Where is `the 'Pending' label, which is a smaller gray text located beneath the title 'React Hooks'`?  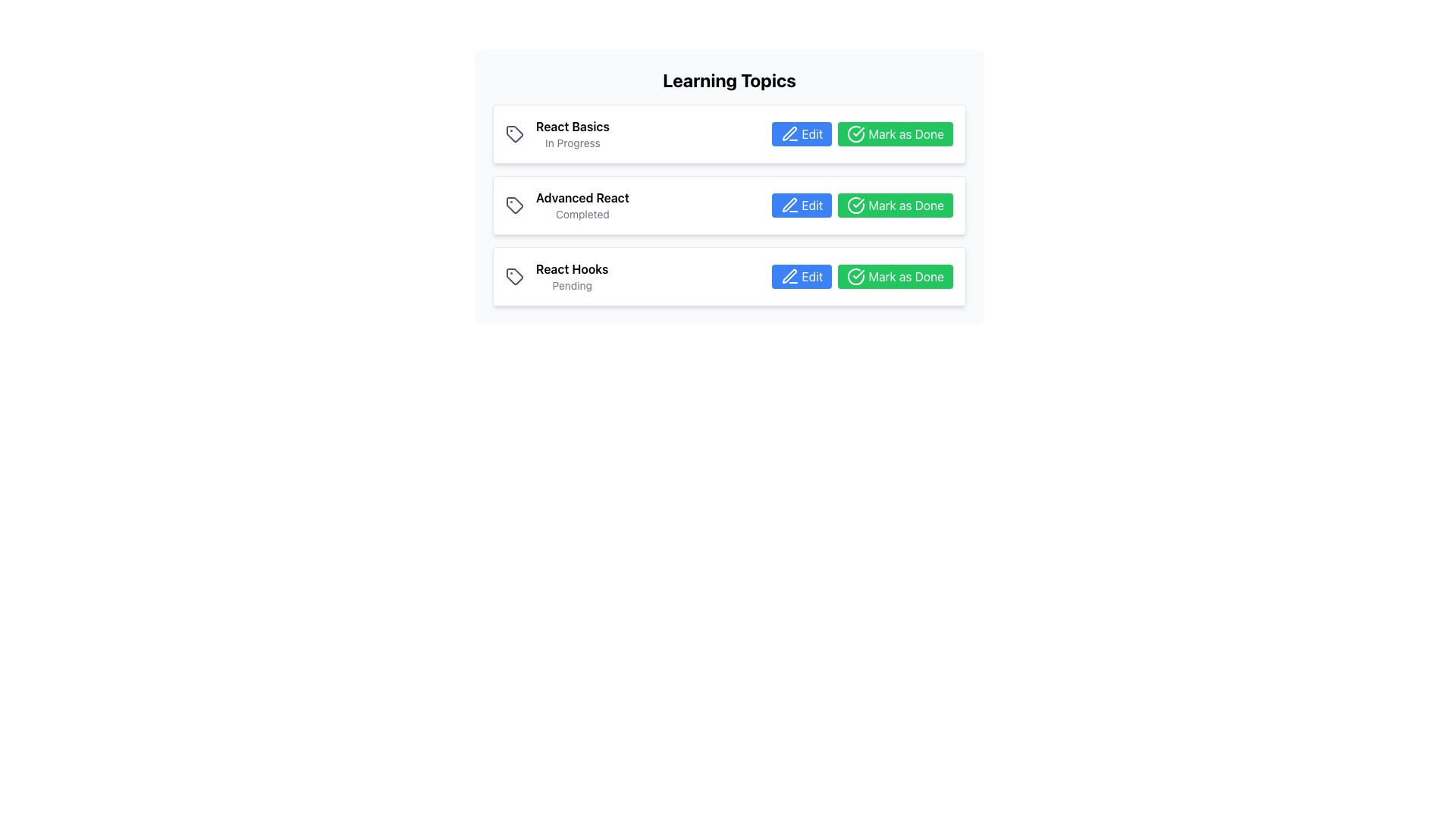 the 'Pending' label, which is a smaller gray text located beneath the title 'React Hooks' is located at coordinates (571, 286).